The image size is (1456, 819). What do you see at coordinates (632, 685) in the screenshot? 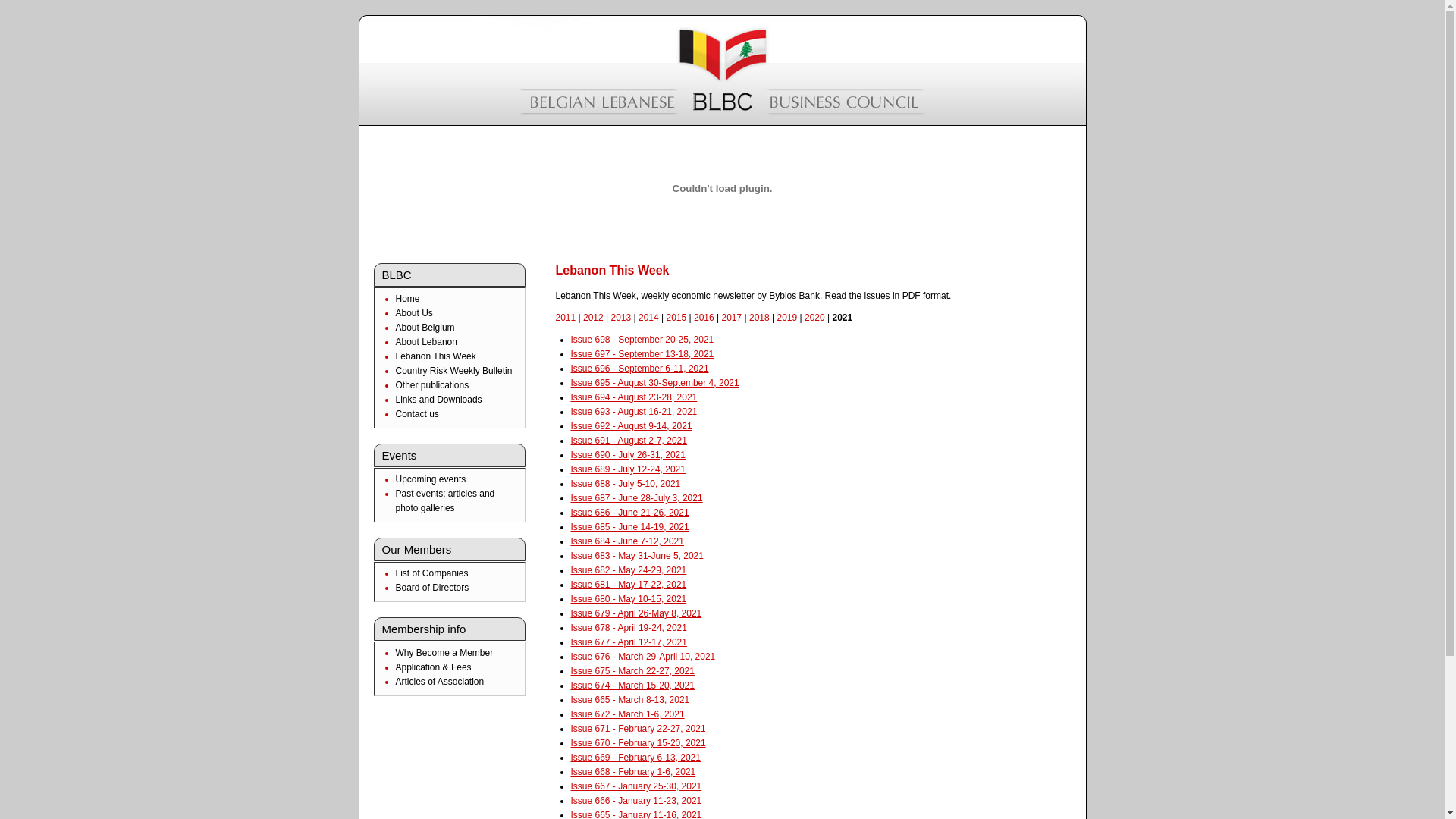
I see `'Issue 674 - March 15-20, 2021'` at bounding box center [632, 685].